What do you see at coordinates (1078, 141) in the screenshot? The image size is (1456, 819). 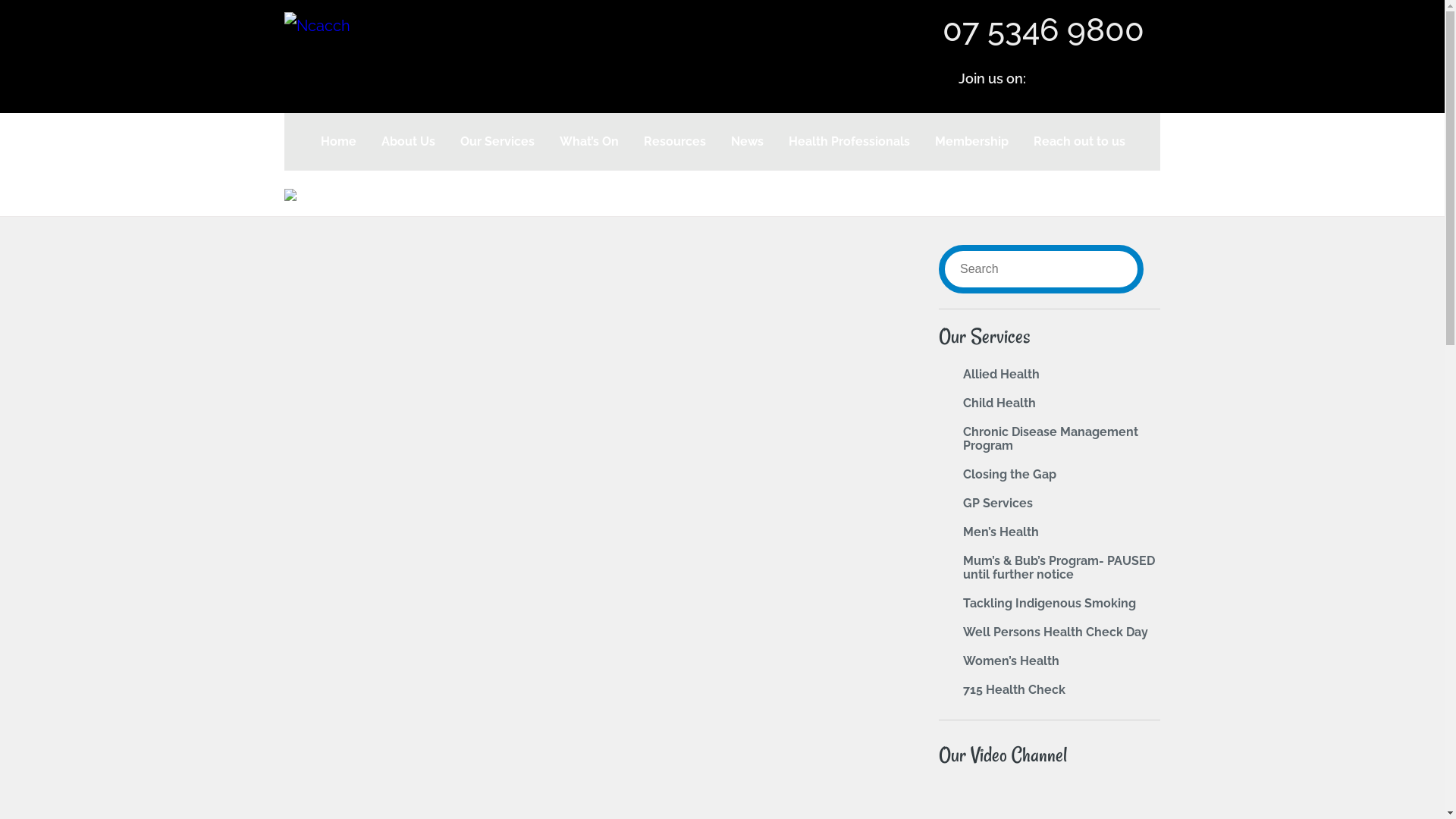 I see `'Reach out to us'` at bounding box center [1078, 141].